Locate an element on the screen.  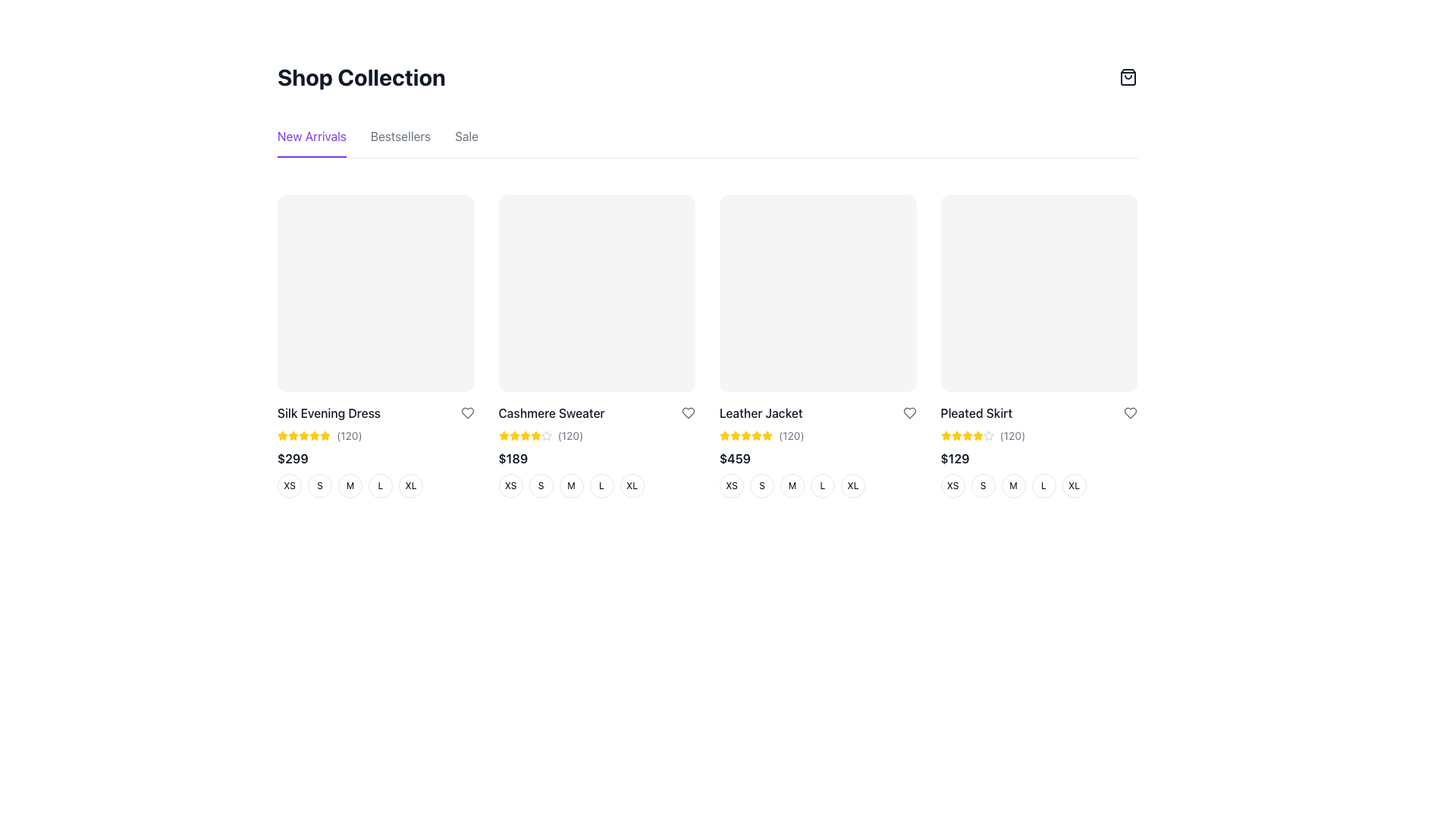
the last star icon of the rating system for the 'Pleated Skirt' product card, which is currently in an unselected state is located at coordinates (988, 435).